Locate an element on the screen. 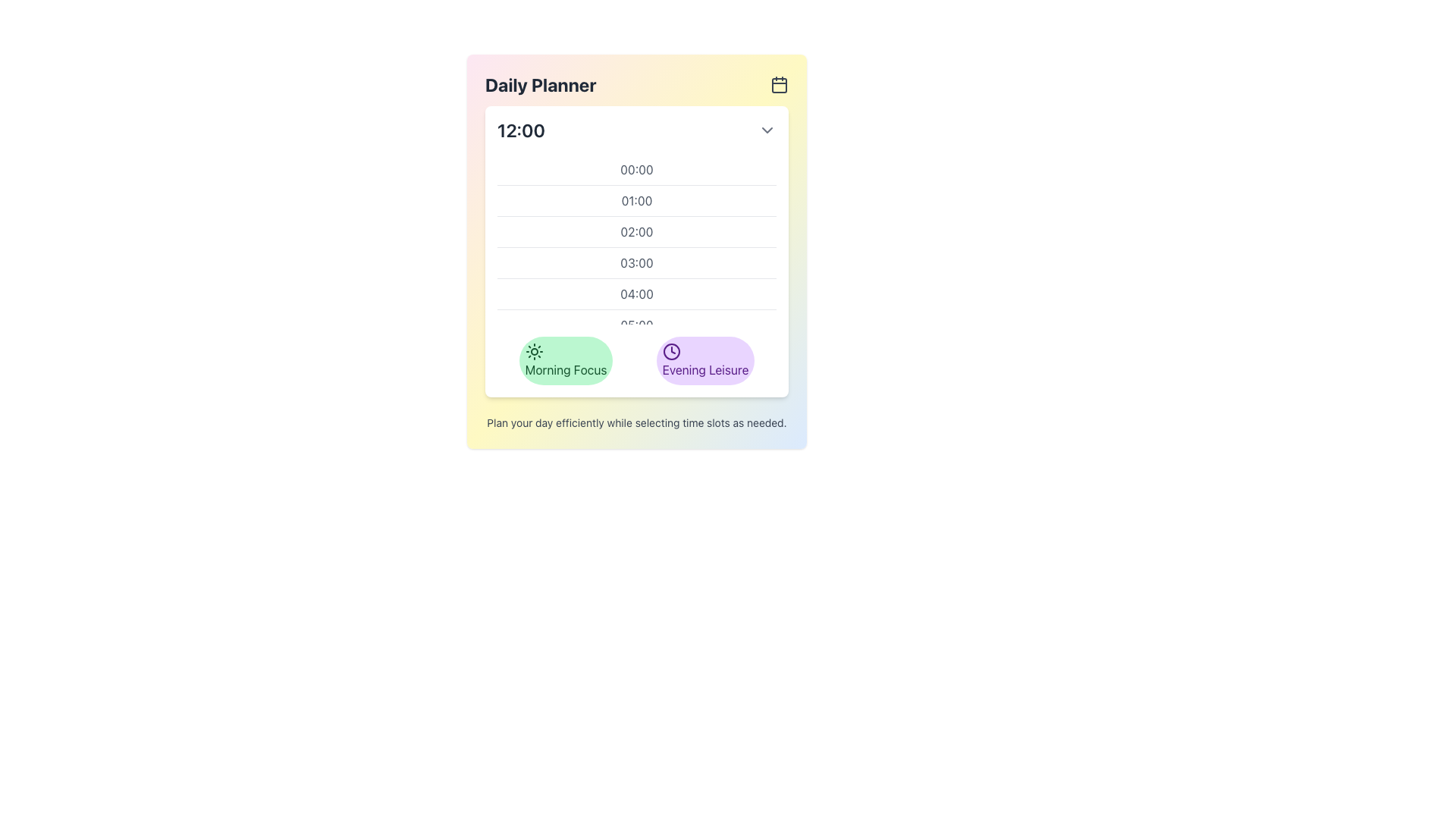  the sun icon located to the left of the 'Morning Focus' text within the button in the 'Daily Planner' section is located at coordinates (534, 351).